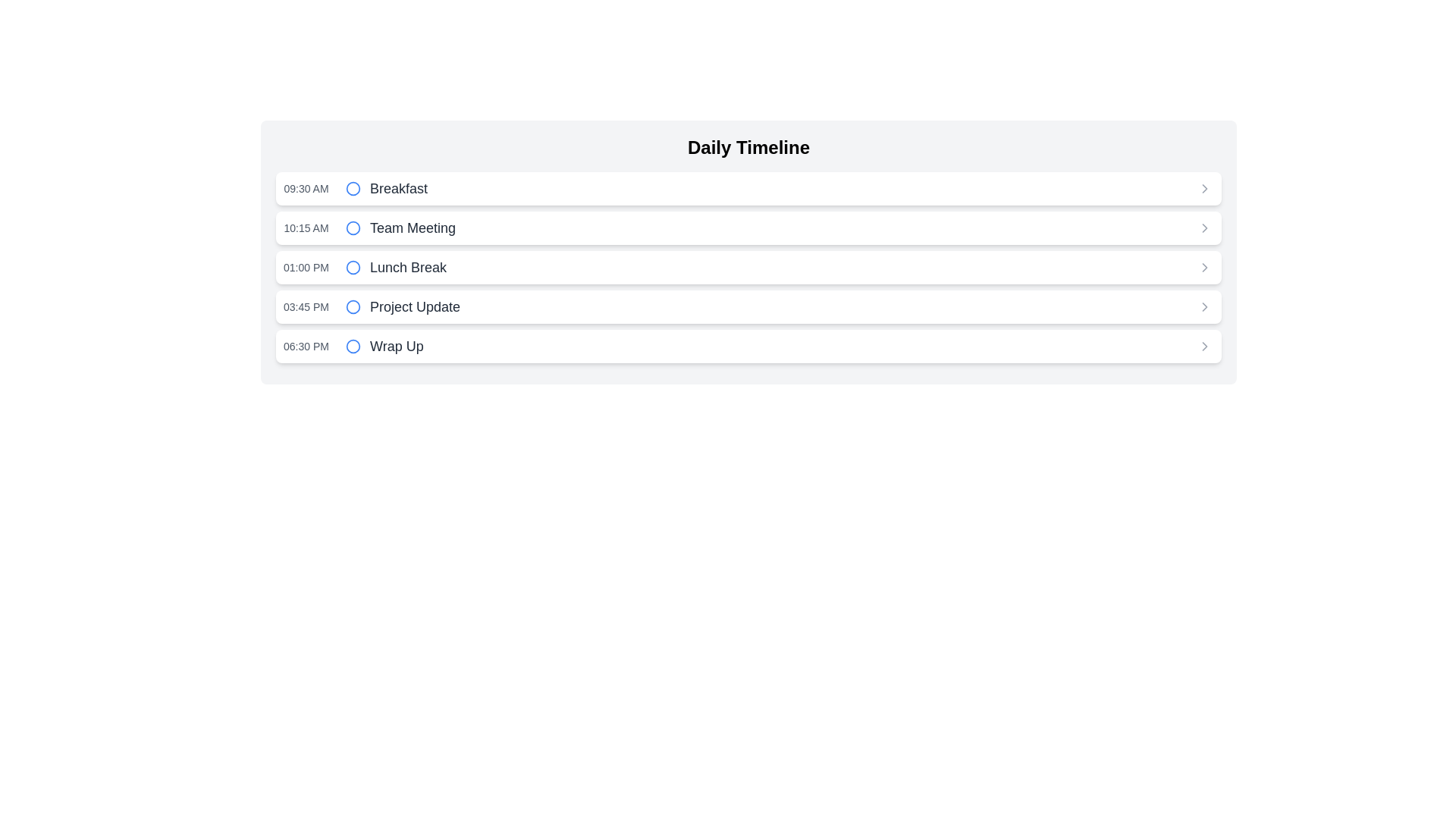 This screenshot has width=1456, height=819. I want to click on the Text Label indicating the time associated with the 'Lunch Break' event in the timeline, located to the left of the 'Lunch Break' label, so click(305, 267).